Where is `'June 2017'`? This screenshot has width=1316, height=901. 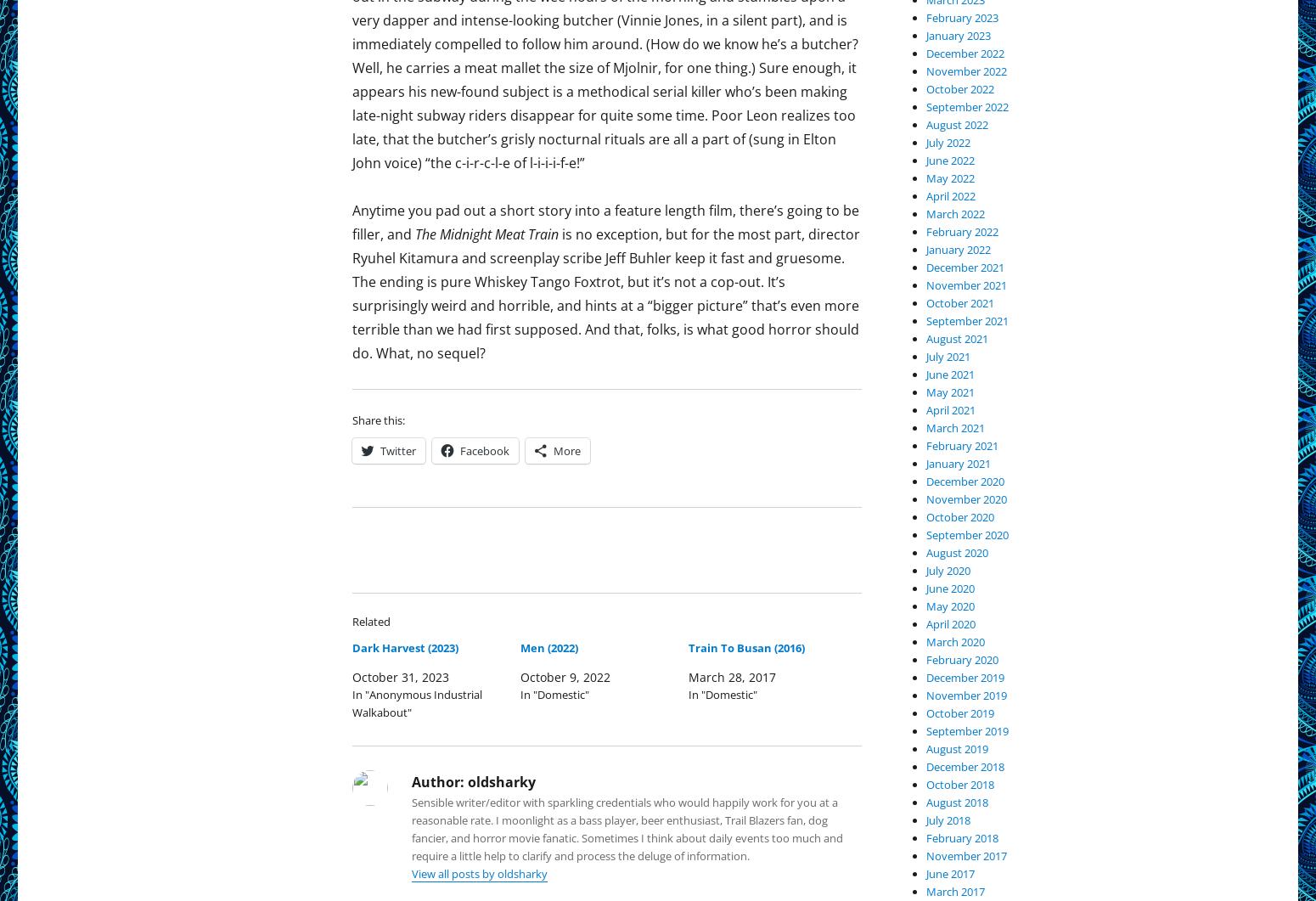 'June 2017' is located at coordinates (949, 872).